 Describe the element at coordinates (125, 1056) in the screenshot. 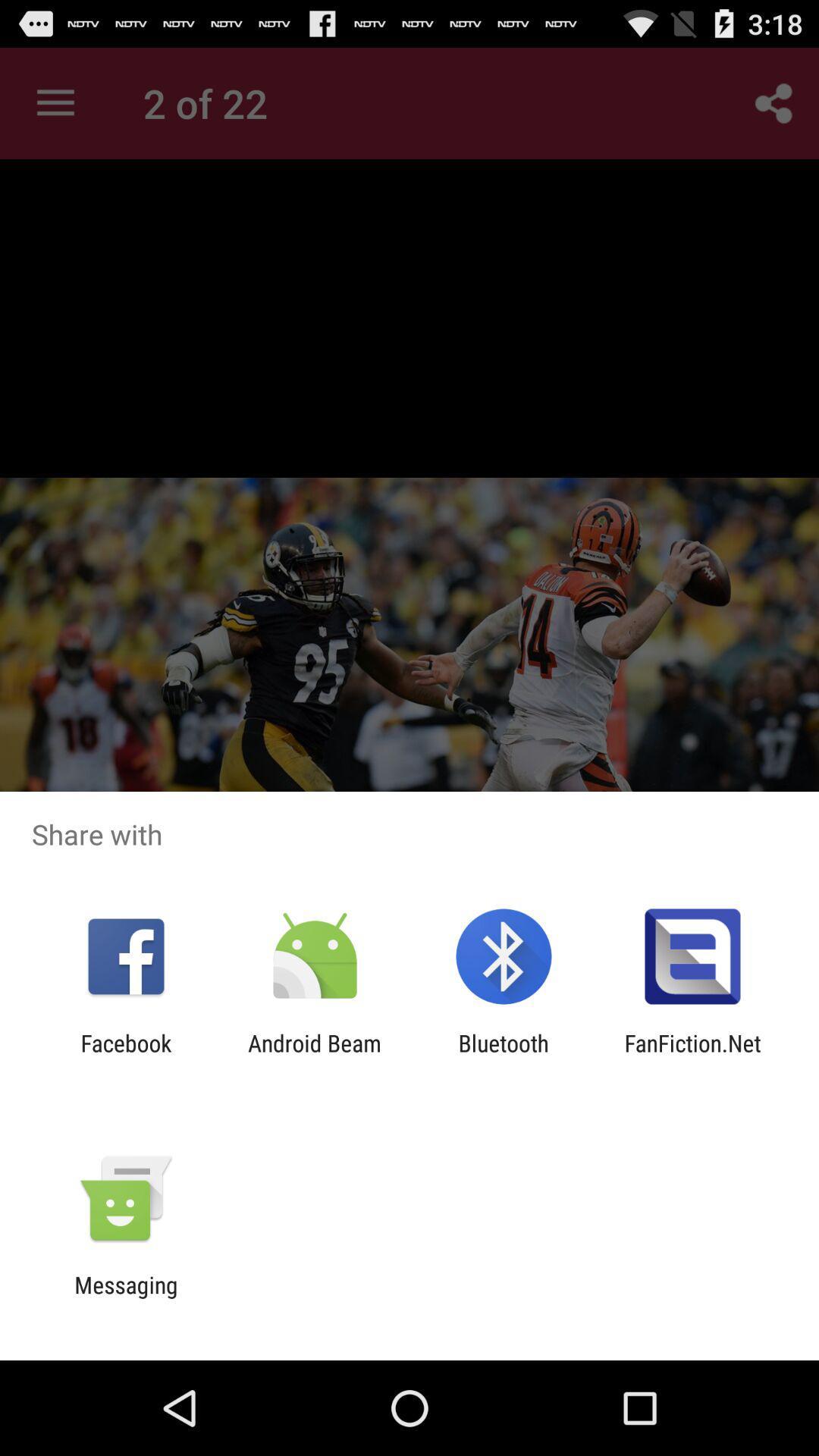

I see `the app to the left of android beam item` at that location.